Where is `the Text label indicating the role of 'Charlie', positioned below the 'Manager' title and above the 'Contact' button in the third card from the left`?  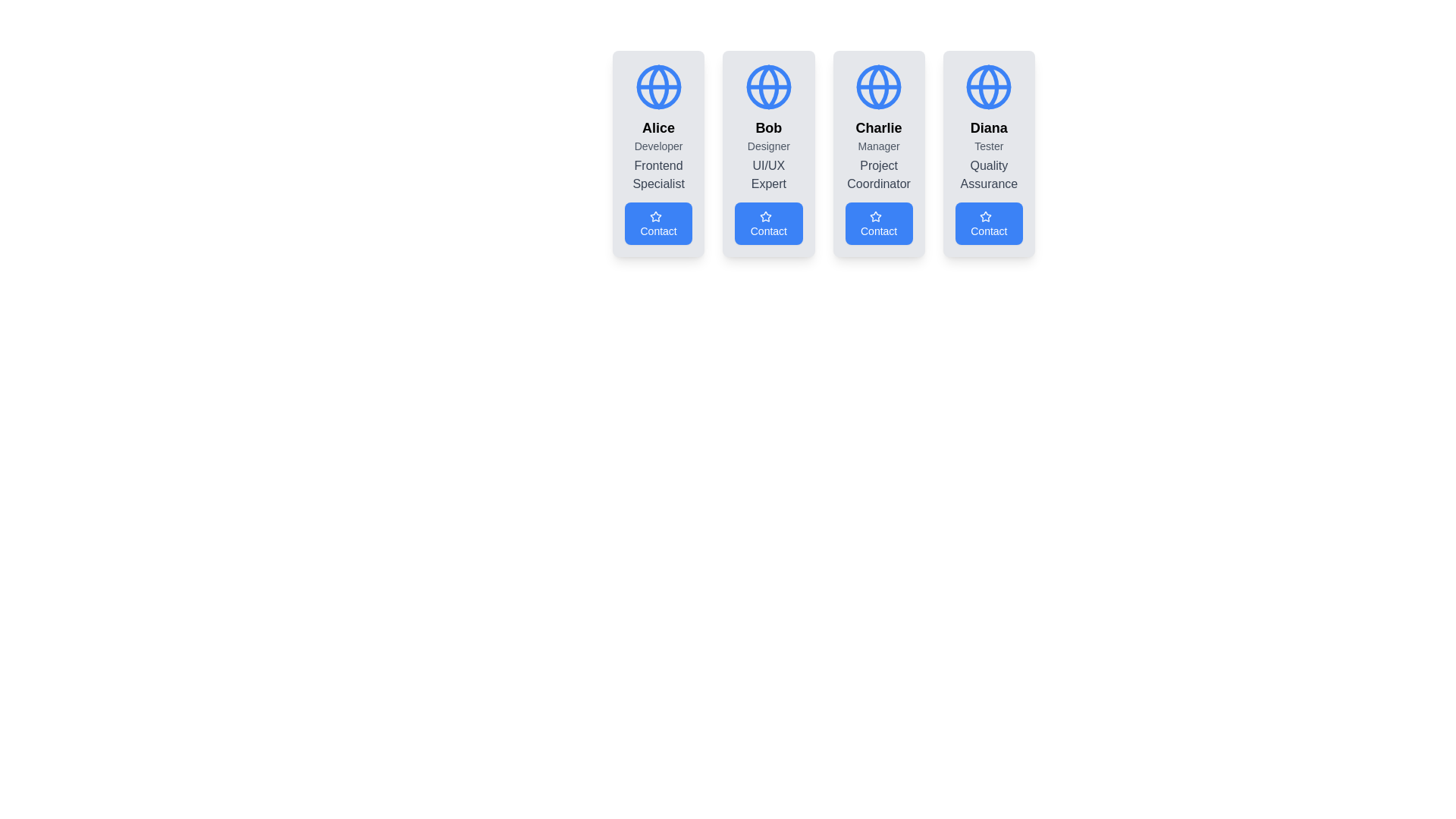 the Text label indicating the role of 'Charlie', positioned below the 'Manager' title and above the 'Contact' button in the third card from the left is located at coordinates (879, 174).